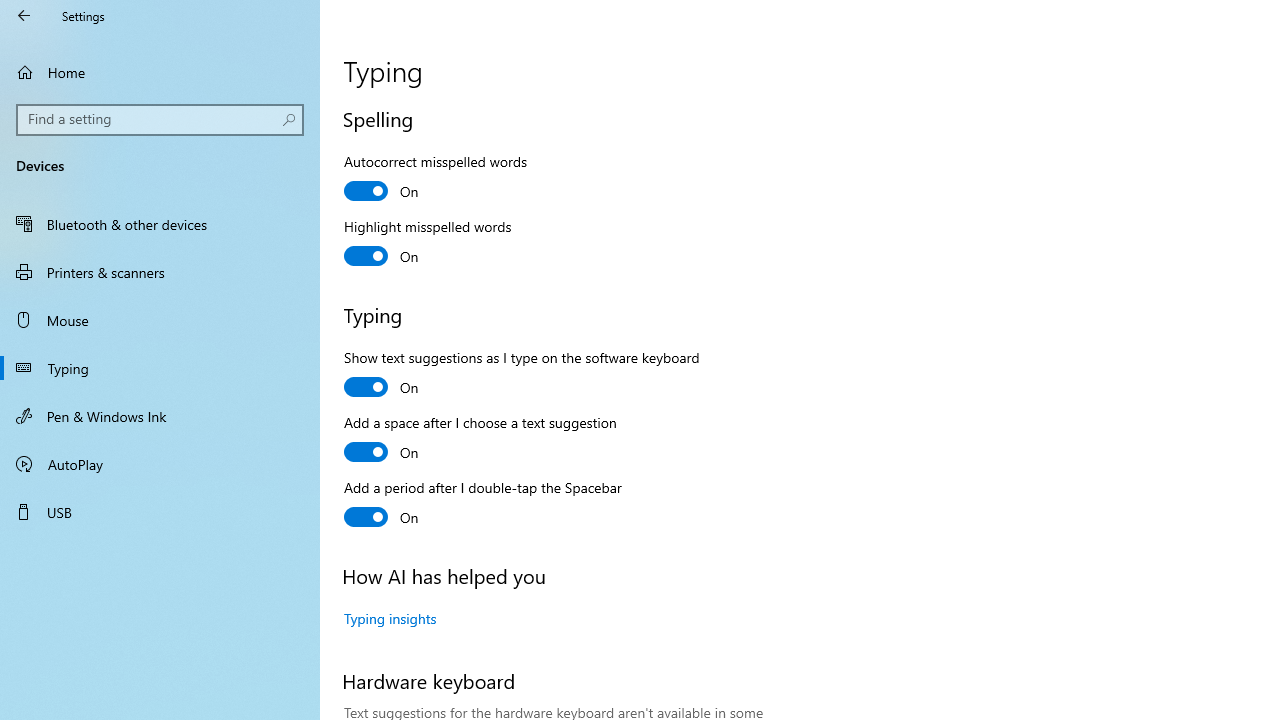 This screenshot has height=720, width=1280. I want to click on 'Pen & Windows Ink', so click(160, 414).